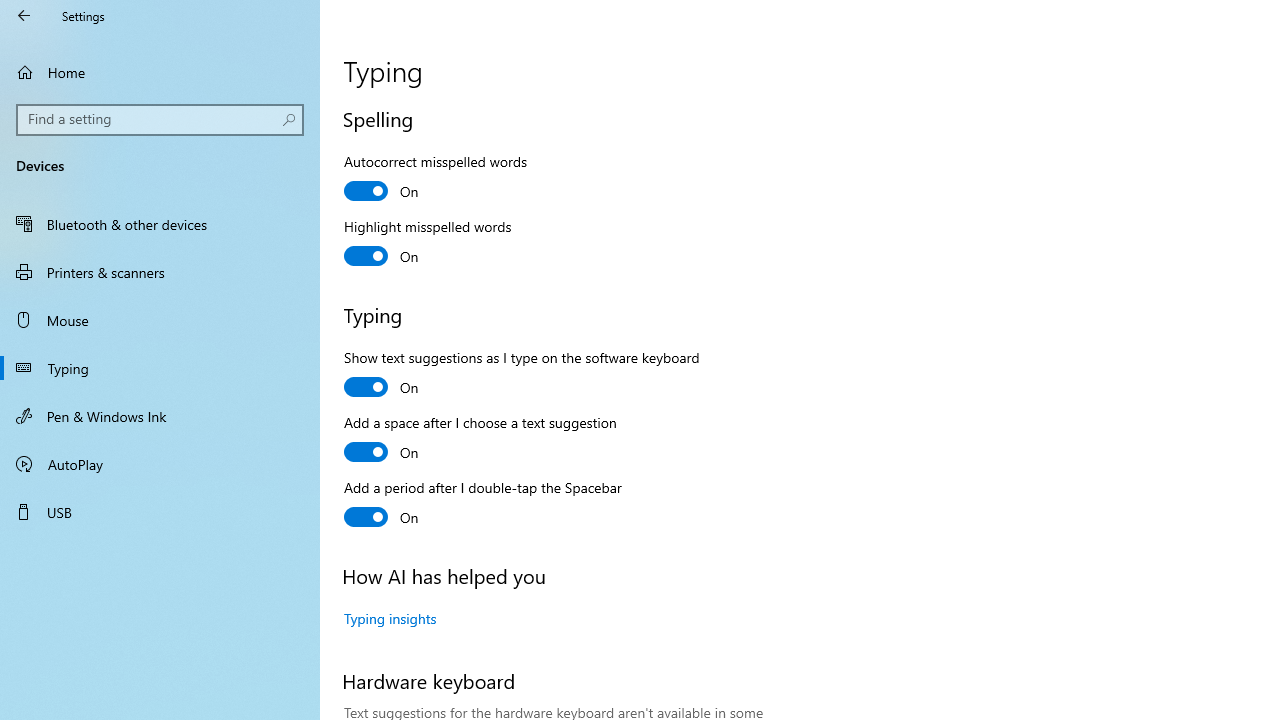 This screenshot has height=720, width=1280. I want to click on 'Pen & Windows Ink', so click(160, 414).